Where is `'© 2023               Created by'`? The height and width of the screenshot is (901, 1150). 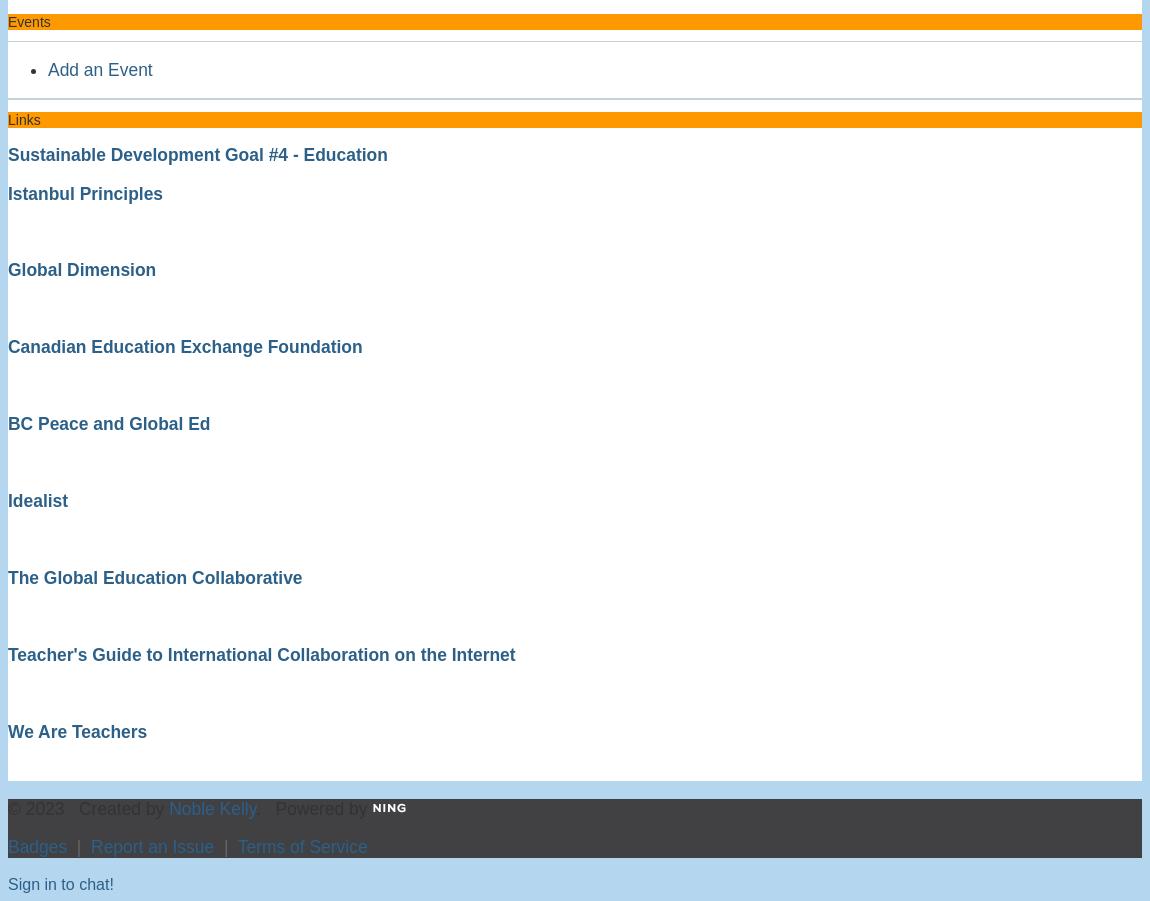
'© 2023               Created by' is located at coordinates (87, 807).